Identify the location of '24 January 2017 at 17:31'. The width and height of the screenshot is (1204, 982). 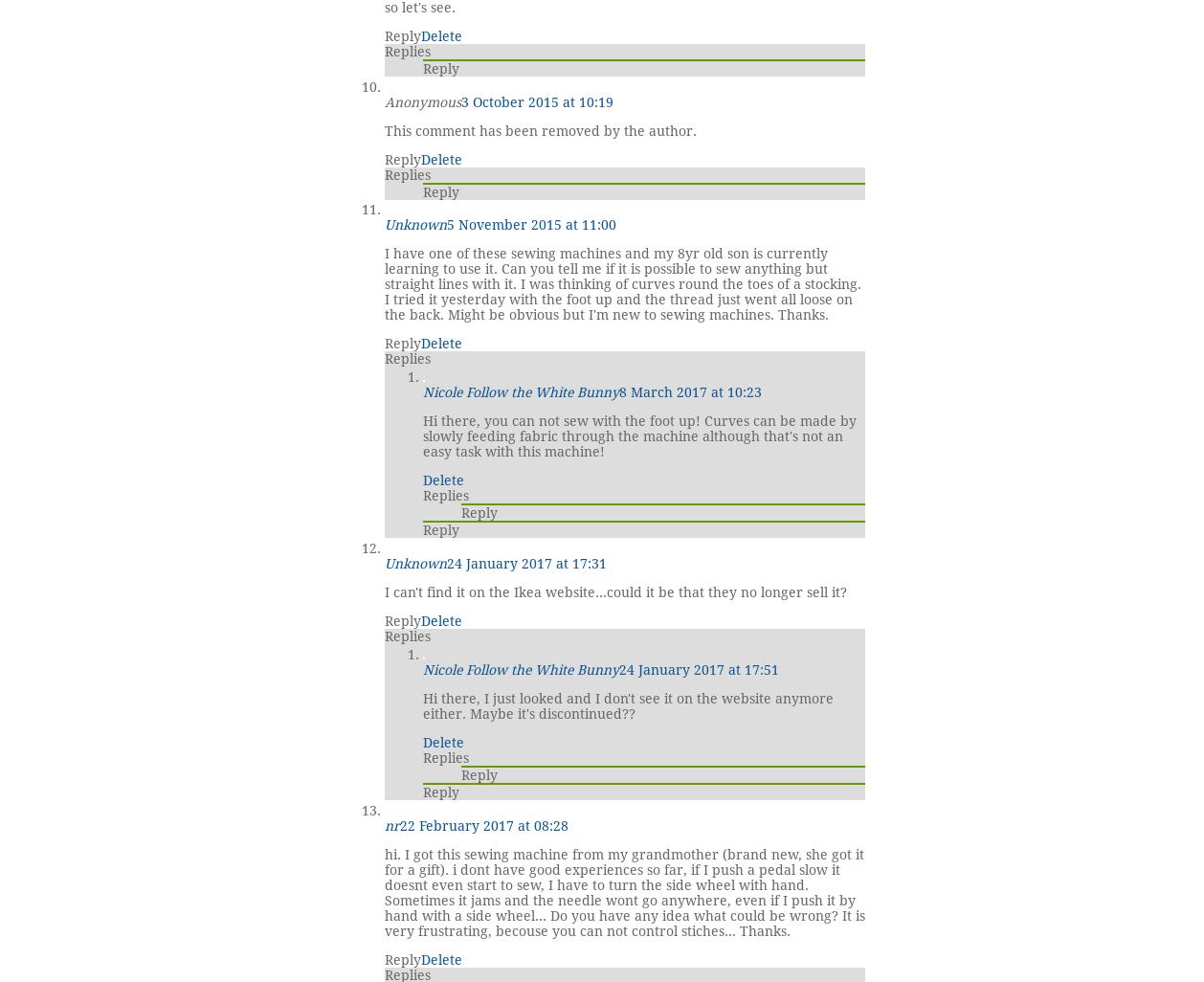
(525, 562).